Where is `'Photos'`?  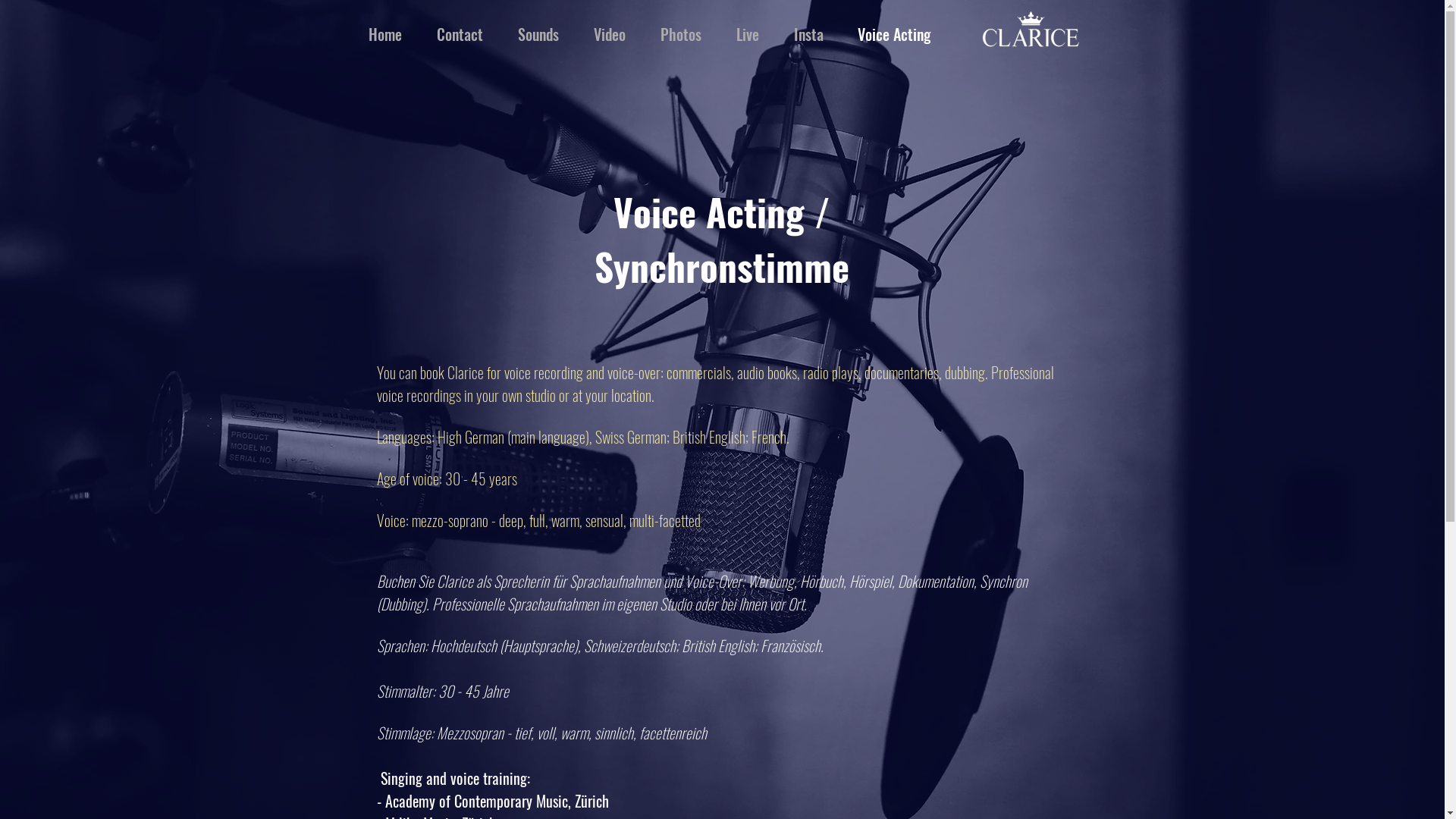 'Photos' is located at coordinates (643, 34).